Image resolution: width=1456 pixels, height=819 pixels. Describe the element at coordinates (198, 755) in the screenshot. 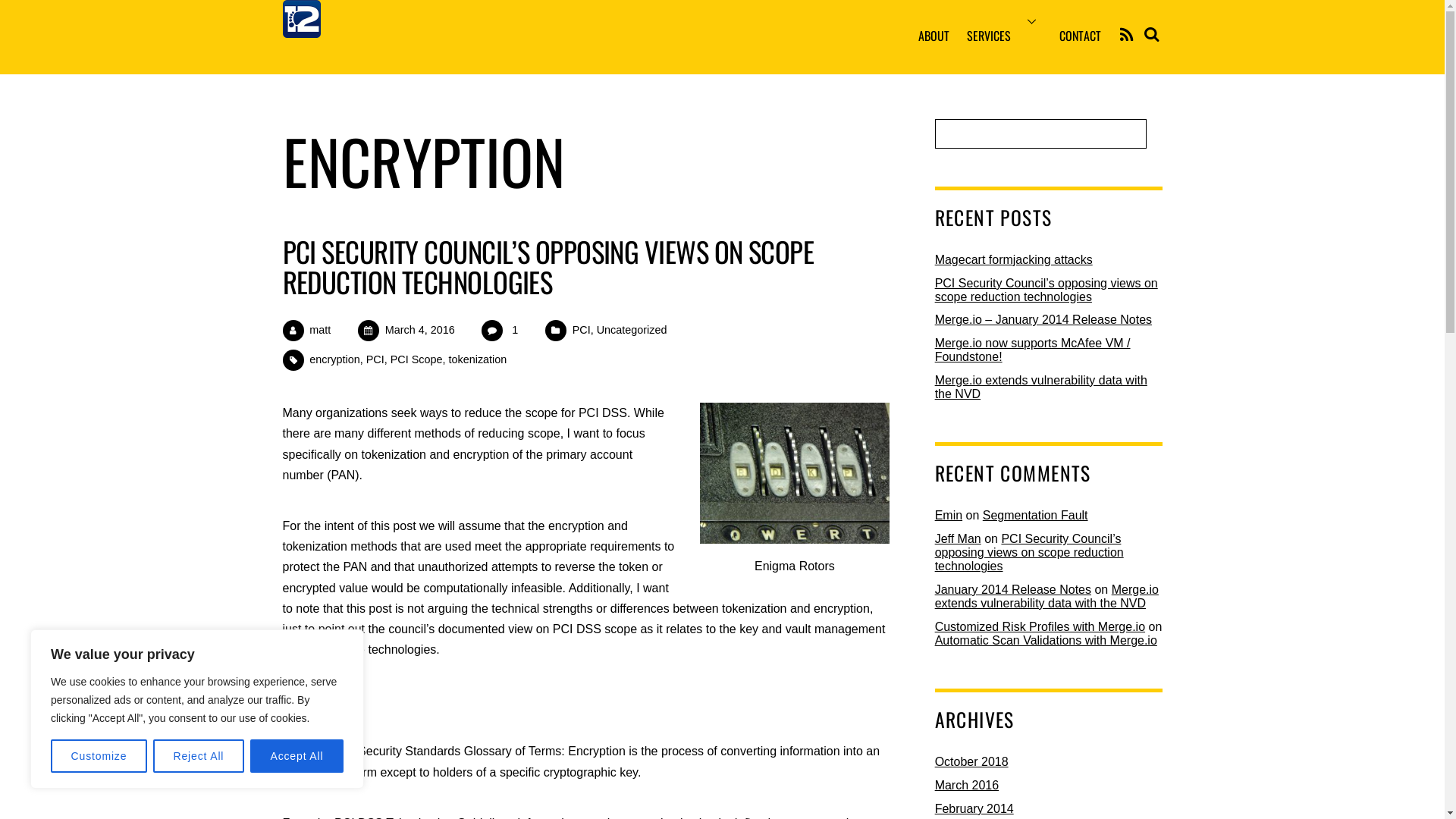

I see `'Reject All'` at that location.